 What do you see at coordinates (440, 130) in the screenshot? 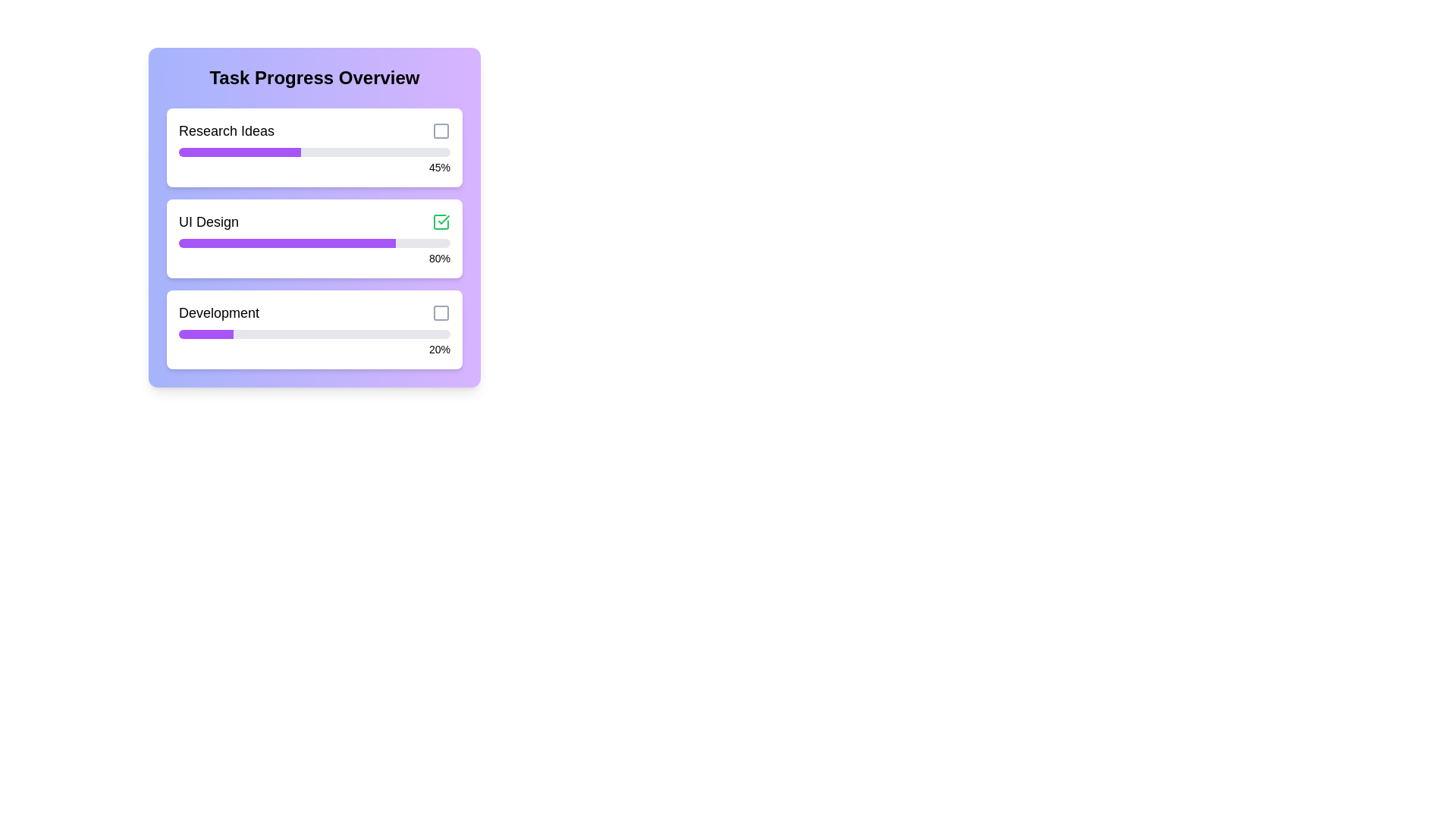
I see `the checkbox located` at bounding box center [440, 130].